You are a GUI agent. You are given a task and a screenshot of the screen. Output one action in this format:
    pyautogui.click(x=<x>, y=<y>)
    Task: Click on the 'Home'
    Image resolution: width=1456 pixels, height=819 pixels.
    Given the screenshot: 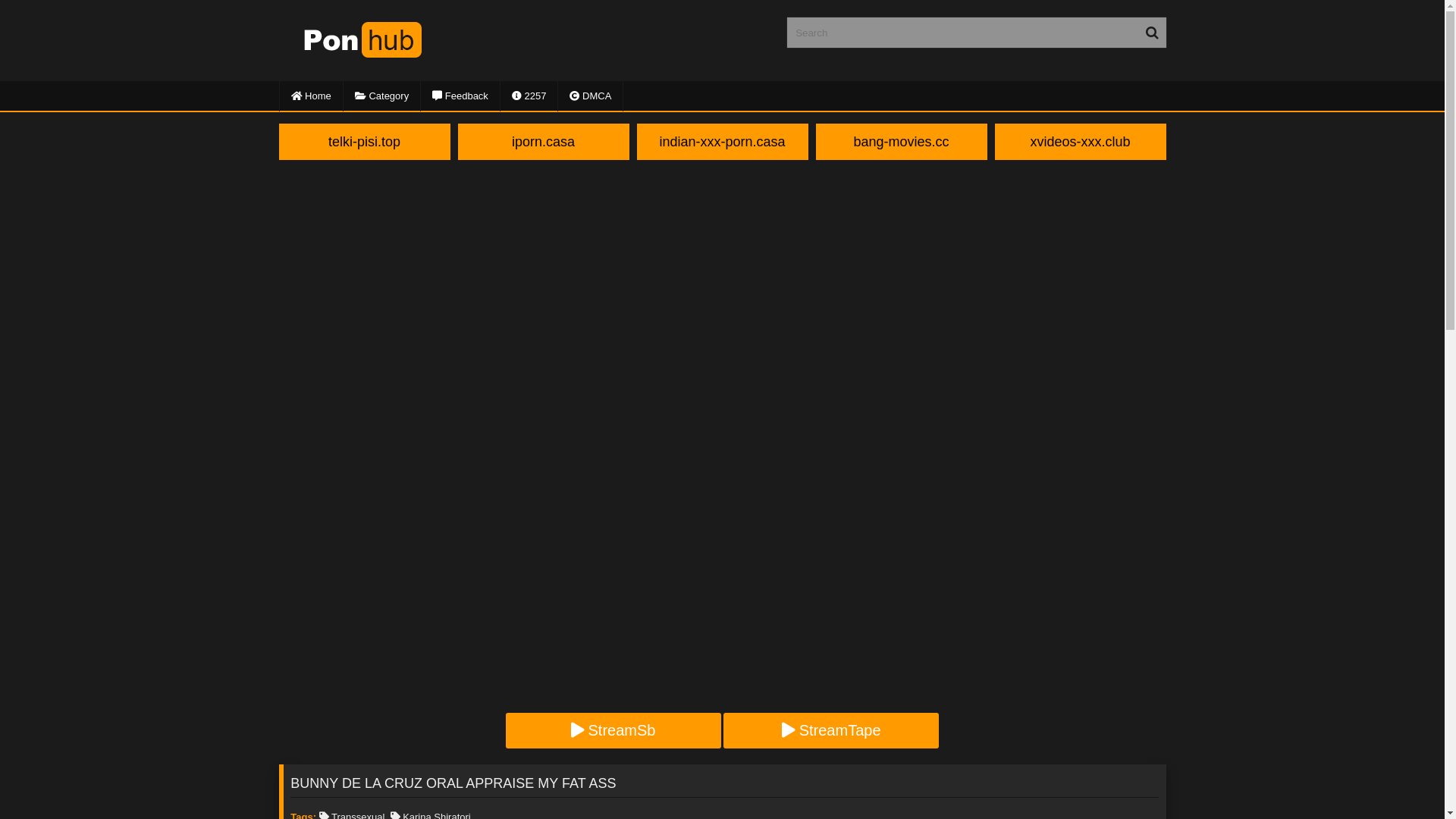 What is the action you would take?
    pyautogui.click(x=310, y=96)
    